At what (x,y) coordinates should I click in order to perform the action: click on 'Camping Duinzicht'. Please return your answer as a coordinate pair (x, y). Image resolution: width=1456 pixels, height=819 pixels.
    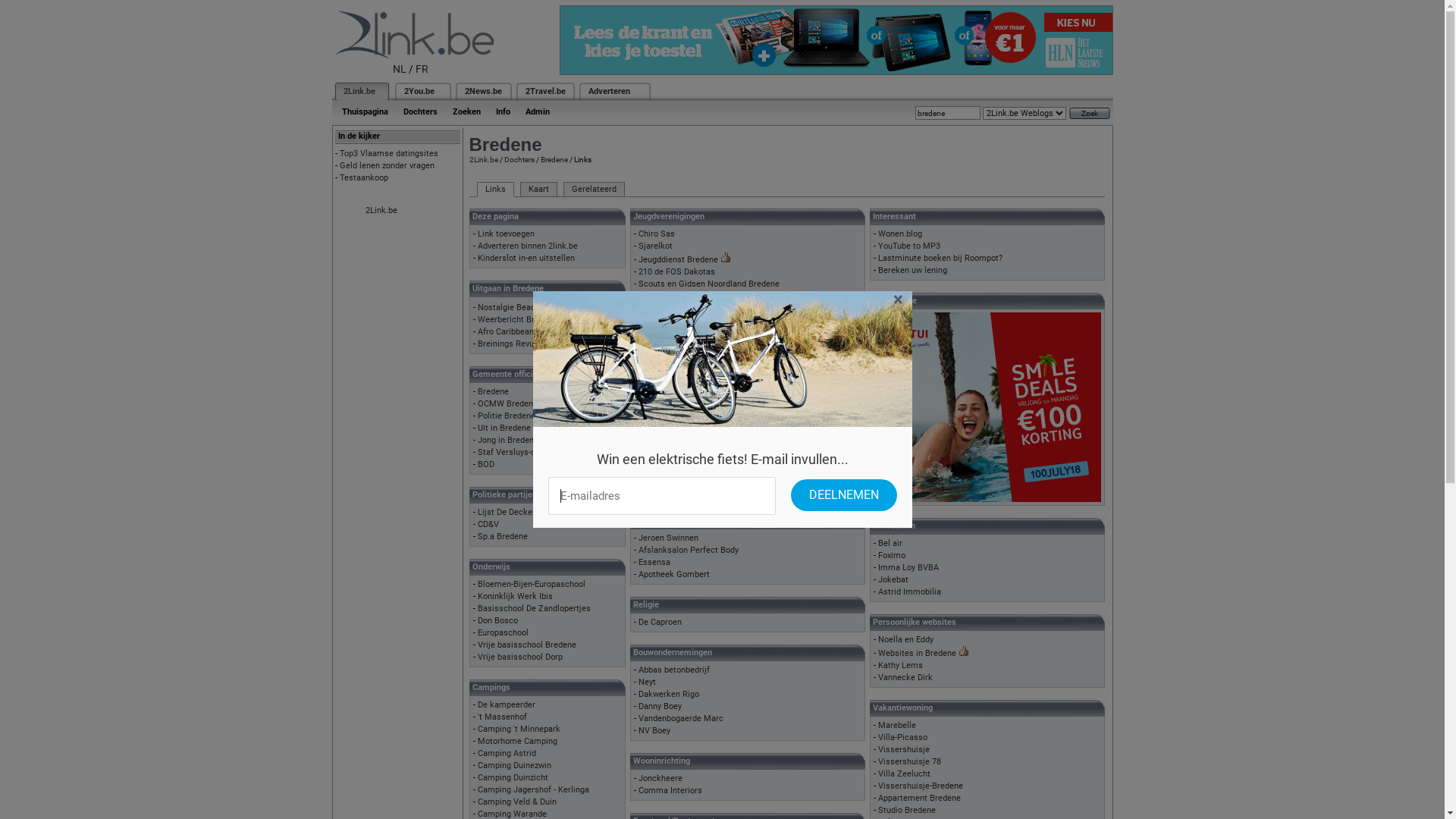
    Looking at the image, I should click on (476, 777).